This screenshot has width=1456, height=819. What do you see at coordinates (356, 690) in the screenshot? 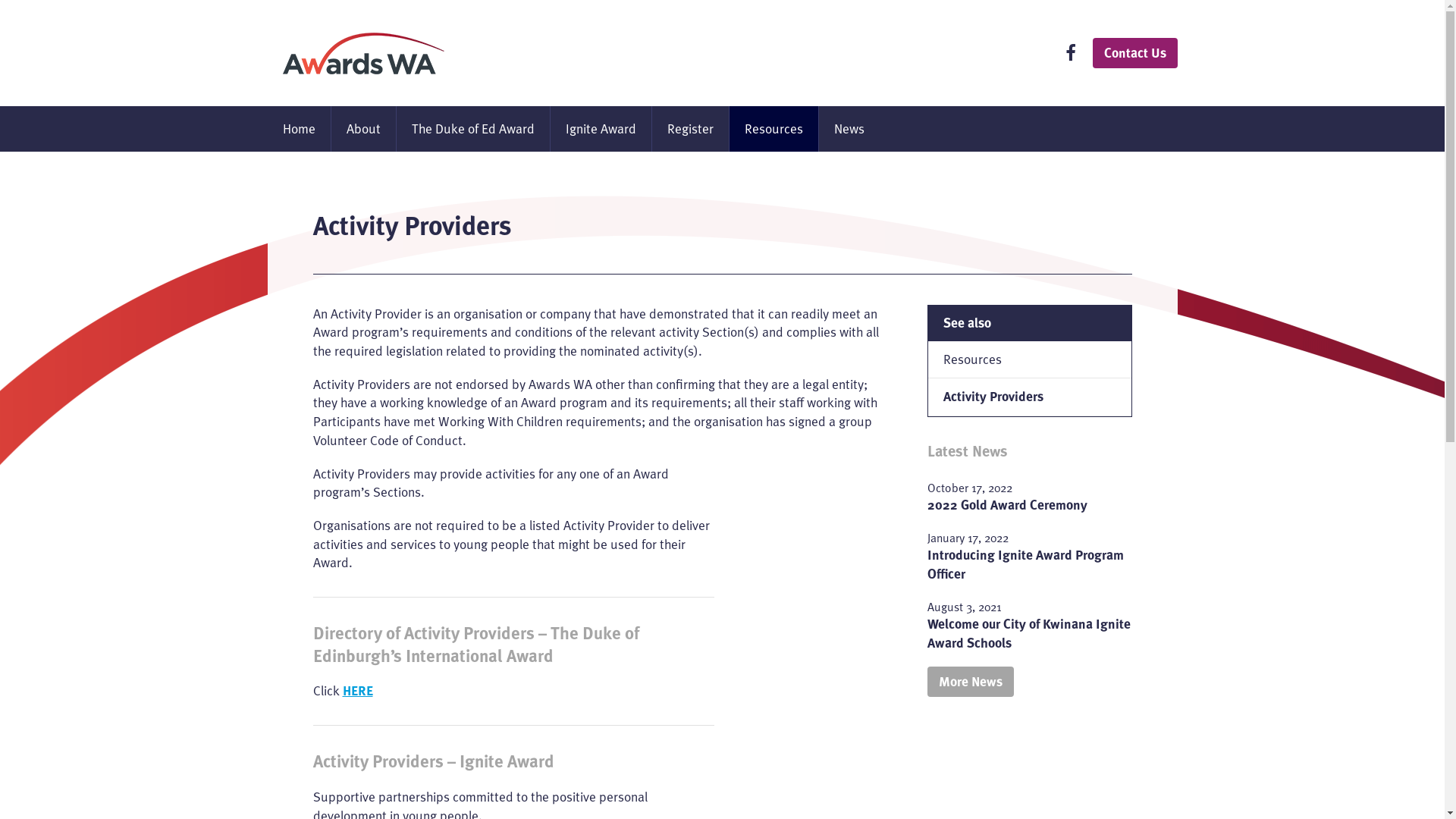
I see `'HERE'` at bounding box center [356, 690].